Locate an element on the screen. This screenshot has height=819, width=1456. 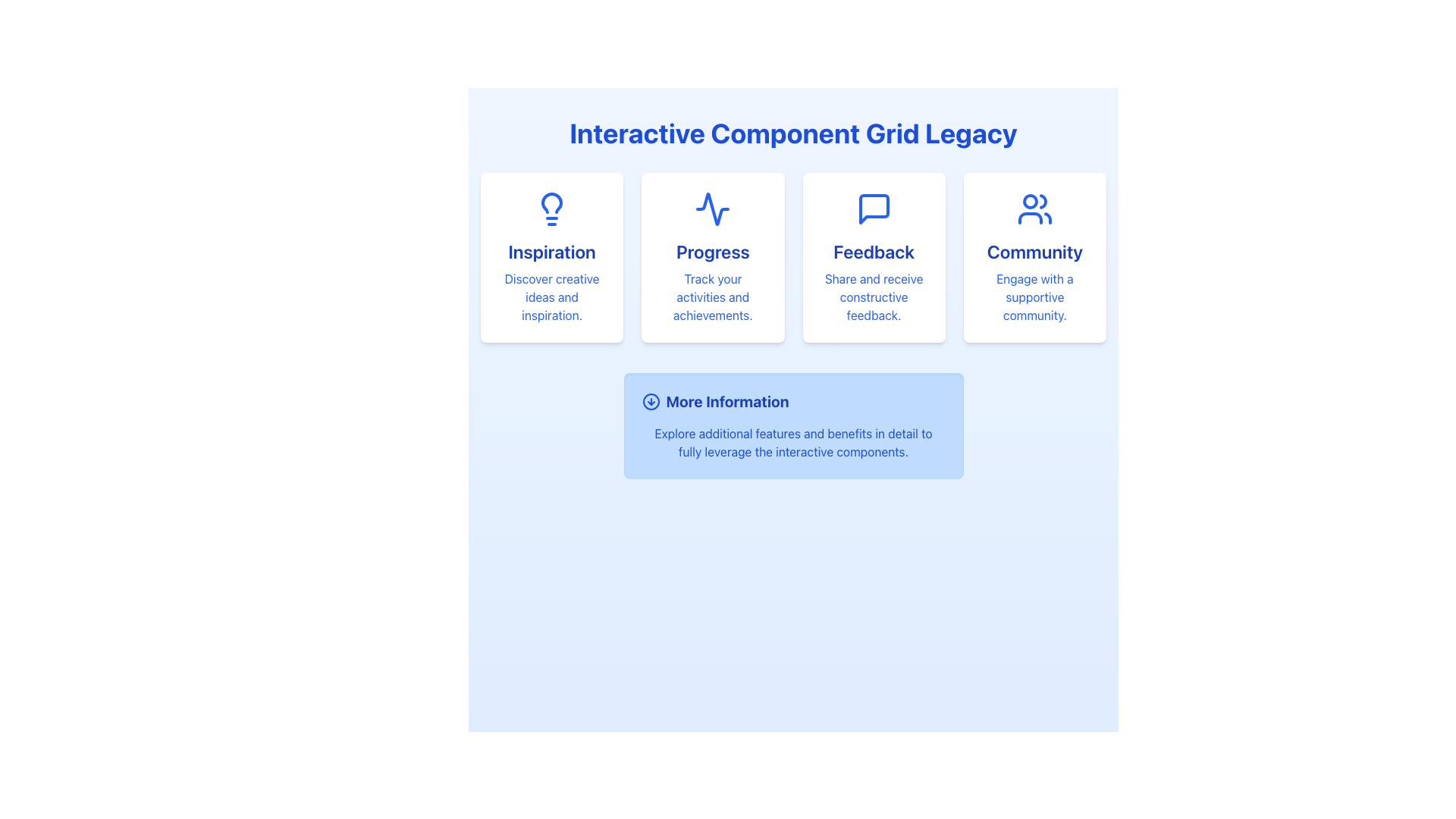
the blue speech bubble icon within the 'Feedback' card, located centrally above the 'Feedback' title text is located at coordinates (874, 209).